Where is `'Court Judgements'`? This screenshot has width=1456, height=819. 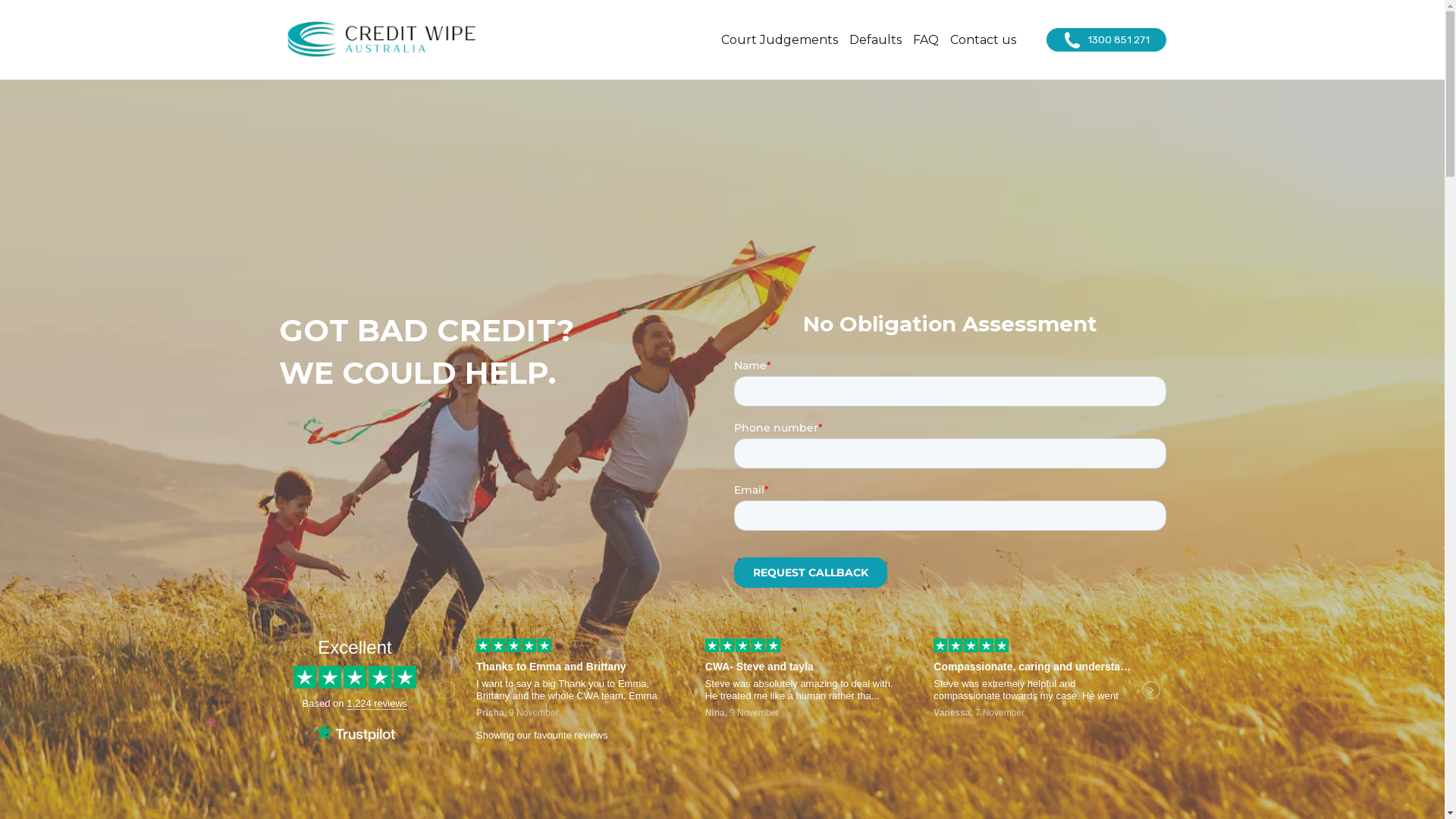
'Court Judgements' is located at coordinates (779, 39).